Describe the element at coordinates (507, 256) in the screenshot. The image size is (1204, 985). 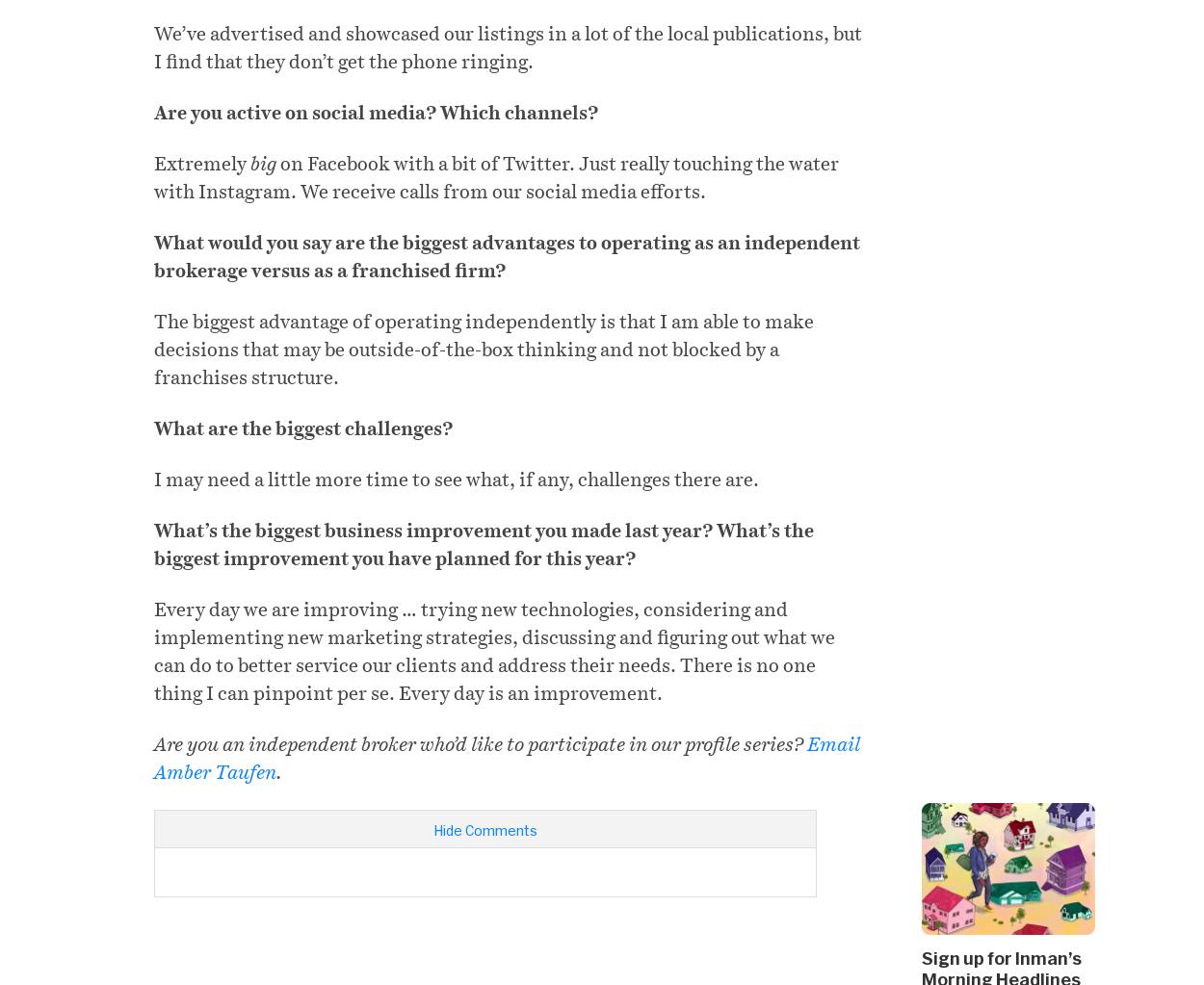
I see `'What would you say are the biggest advantages to operating as an independent brokerage versus as a franchised firm?'` at that location.